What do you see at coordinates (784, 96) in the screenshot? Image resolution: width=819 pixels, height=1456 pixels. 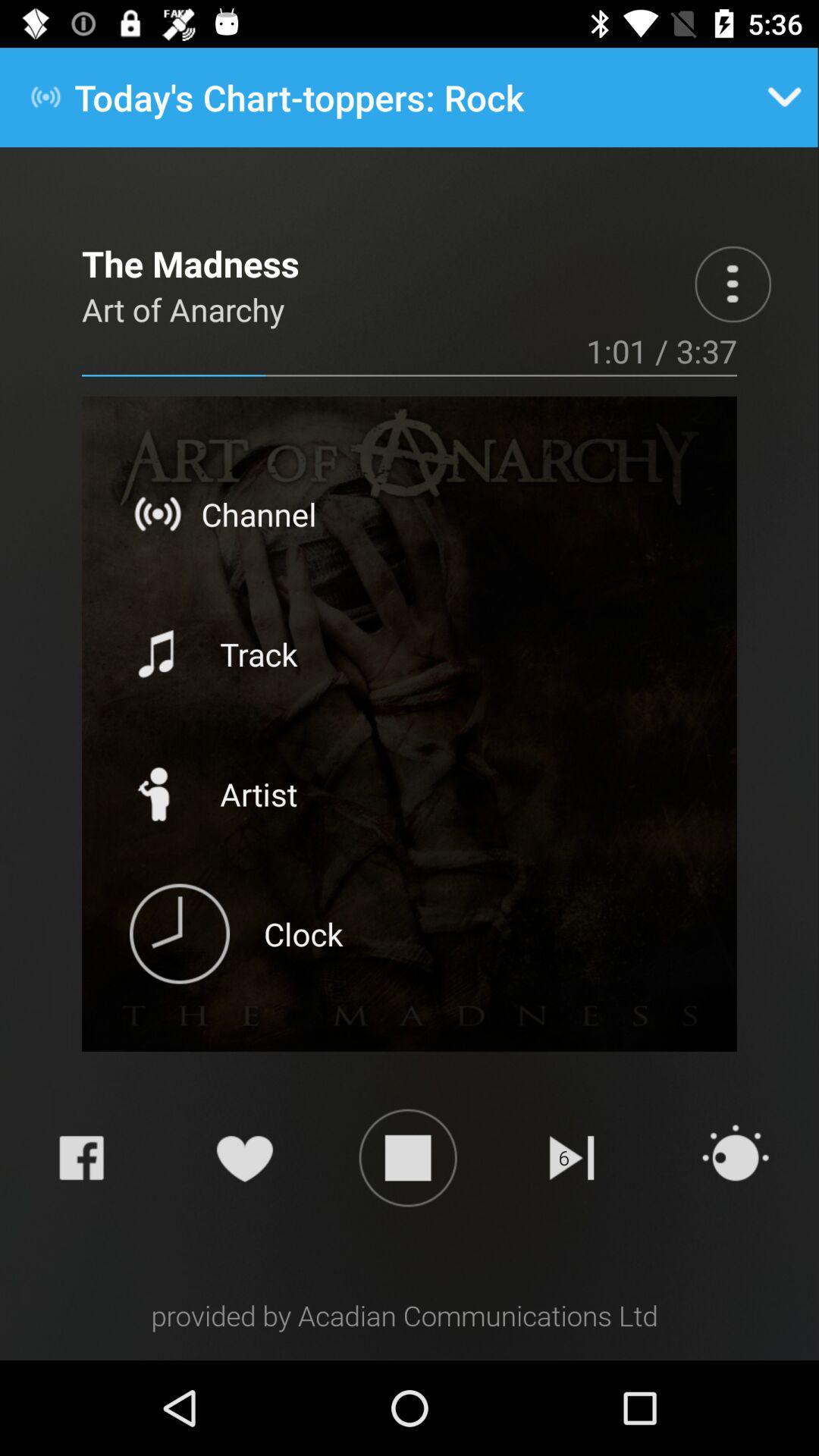 I see `the expand_more icon` at bounding box center [784, 96].